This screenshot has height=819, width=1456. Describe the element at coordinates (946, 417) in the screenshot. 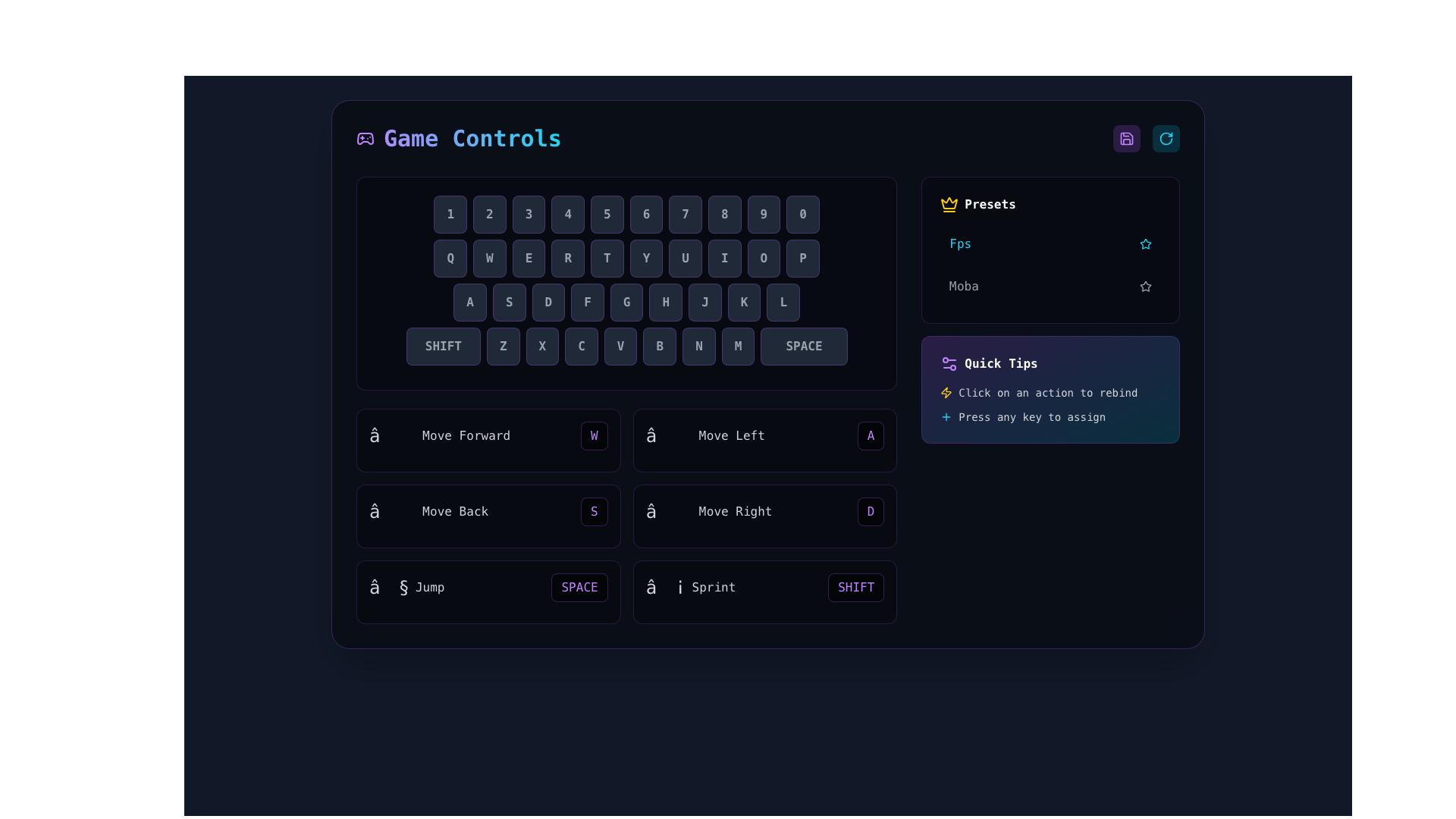

I see `the small cyan plus sign icon located to the left of the text 'Press any key to assign'` at that location.